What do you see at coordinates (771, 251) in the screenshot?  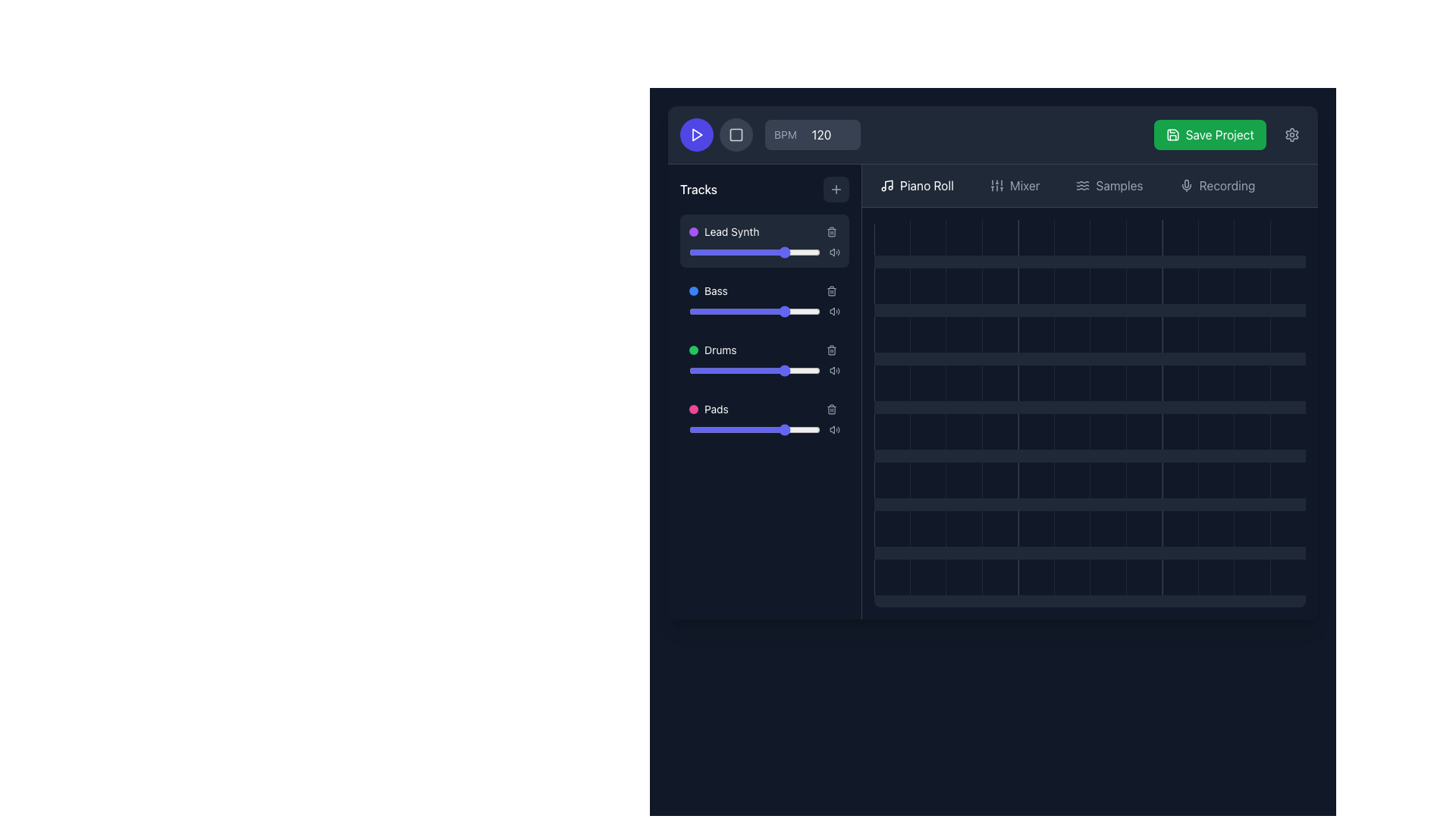 I see `the slider value` at bounding box center [771, 251].